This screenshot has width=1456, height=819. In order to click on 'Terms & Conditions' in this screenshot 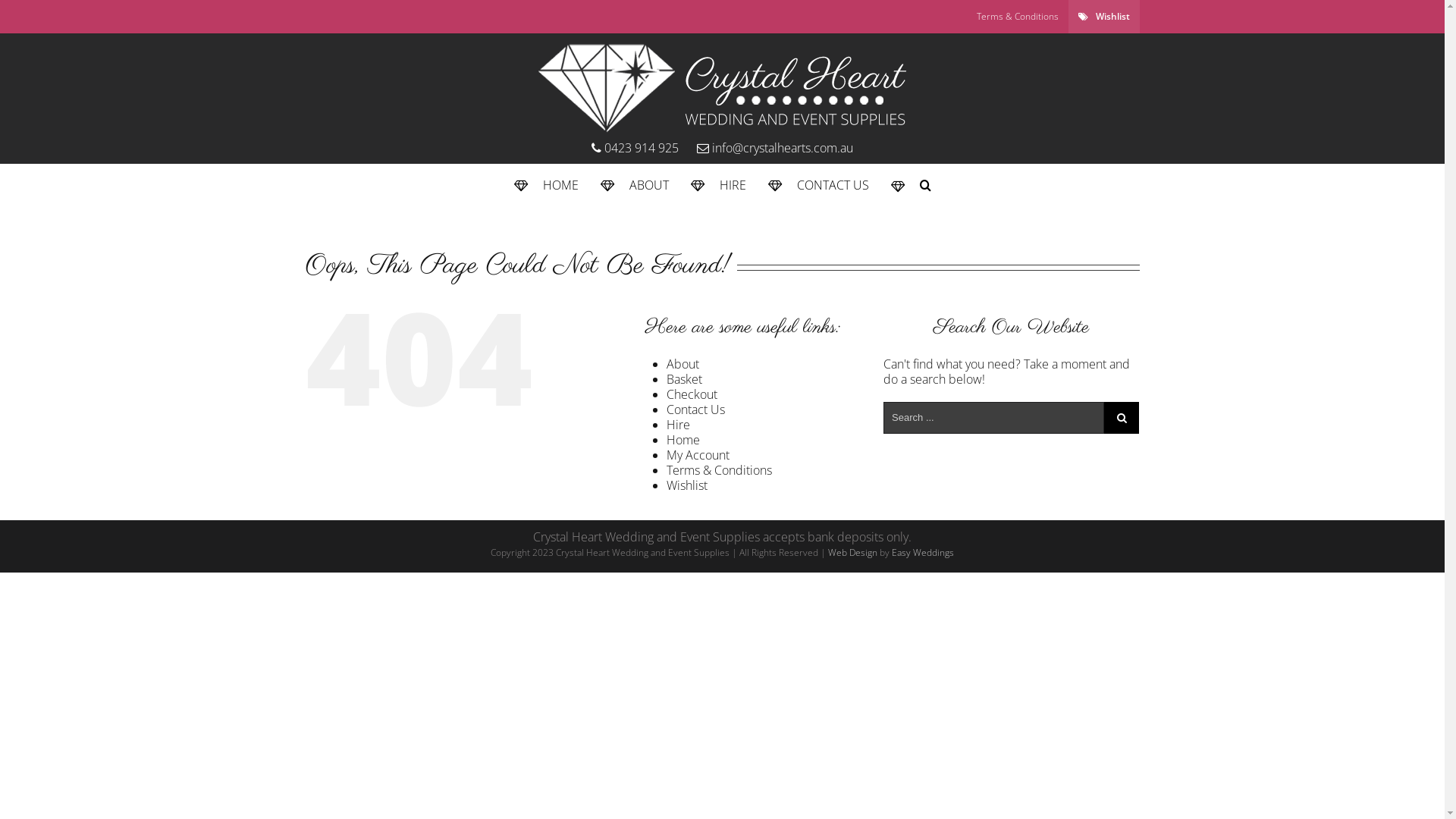, I will do `click(718, 469)`.